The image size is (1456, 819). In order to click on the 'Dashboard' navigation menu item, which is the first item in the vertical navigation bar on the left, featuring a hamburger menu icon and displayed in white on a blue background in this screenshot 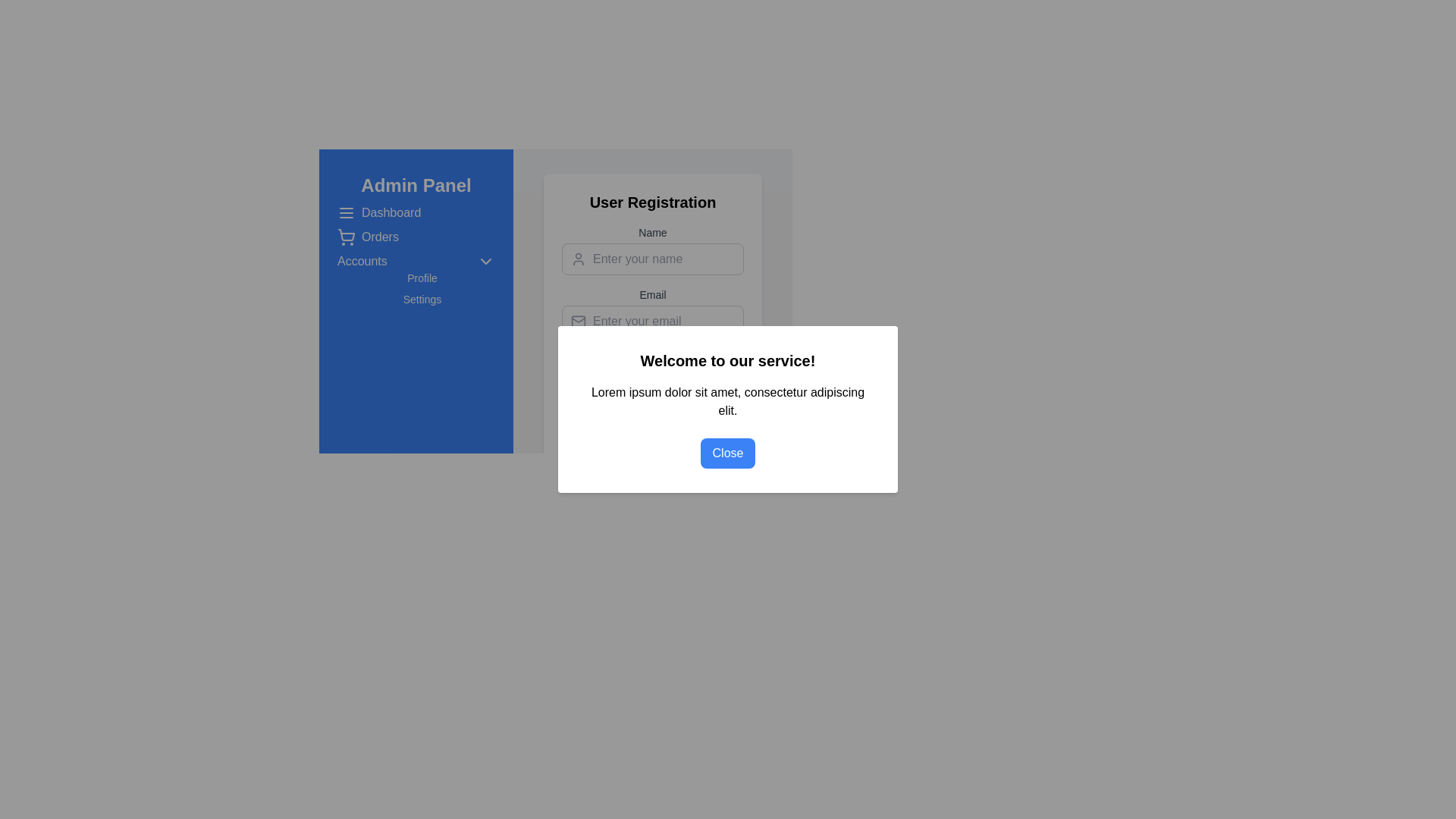, I will do `click(416, 213)`.